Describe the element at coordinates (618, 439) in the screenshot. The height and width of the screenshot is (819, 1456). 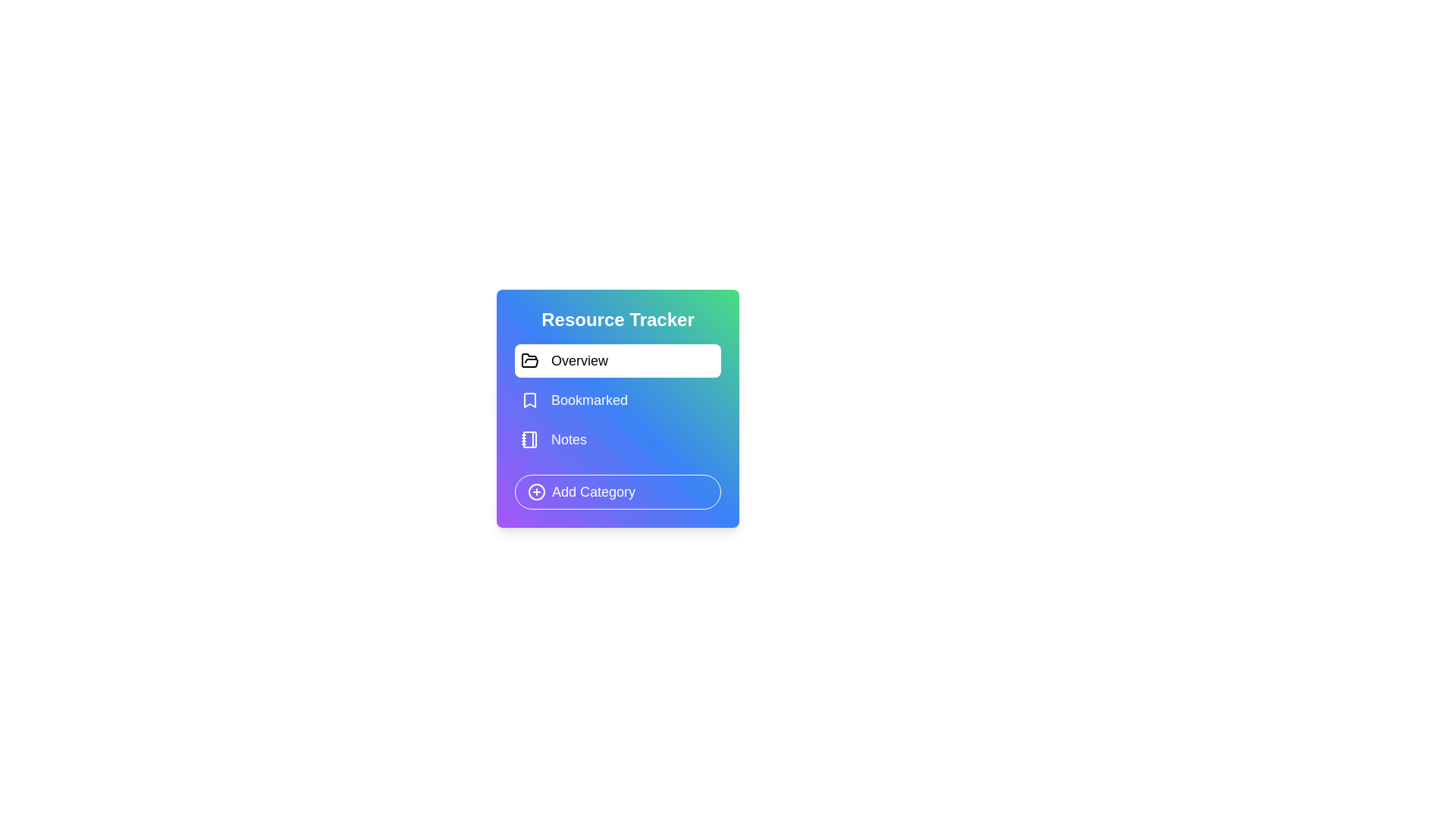
I see `the category Notes from the list` at that location.